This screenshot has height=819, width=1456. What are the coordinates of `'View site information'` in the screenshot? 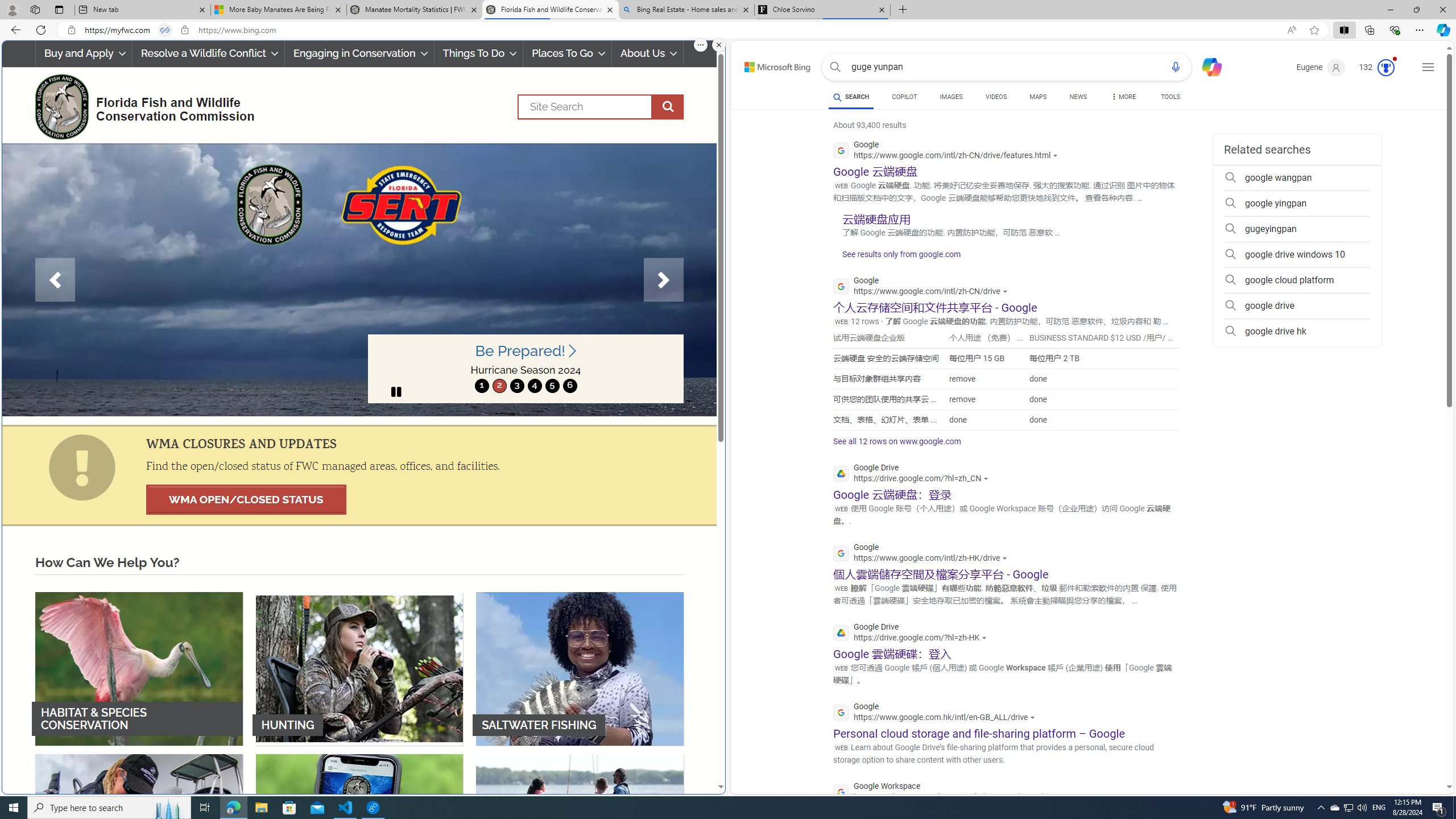 It's located at (185, 30).